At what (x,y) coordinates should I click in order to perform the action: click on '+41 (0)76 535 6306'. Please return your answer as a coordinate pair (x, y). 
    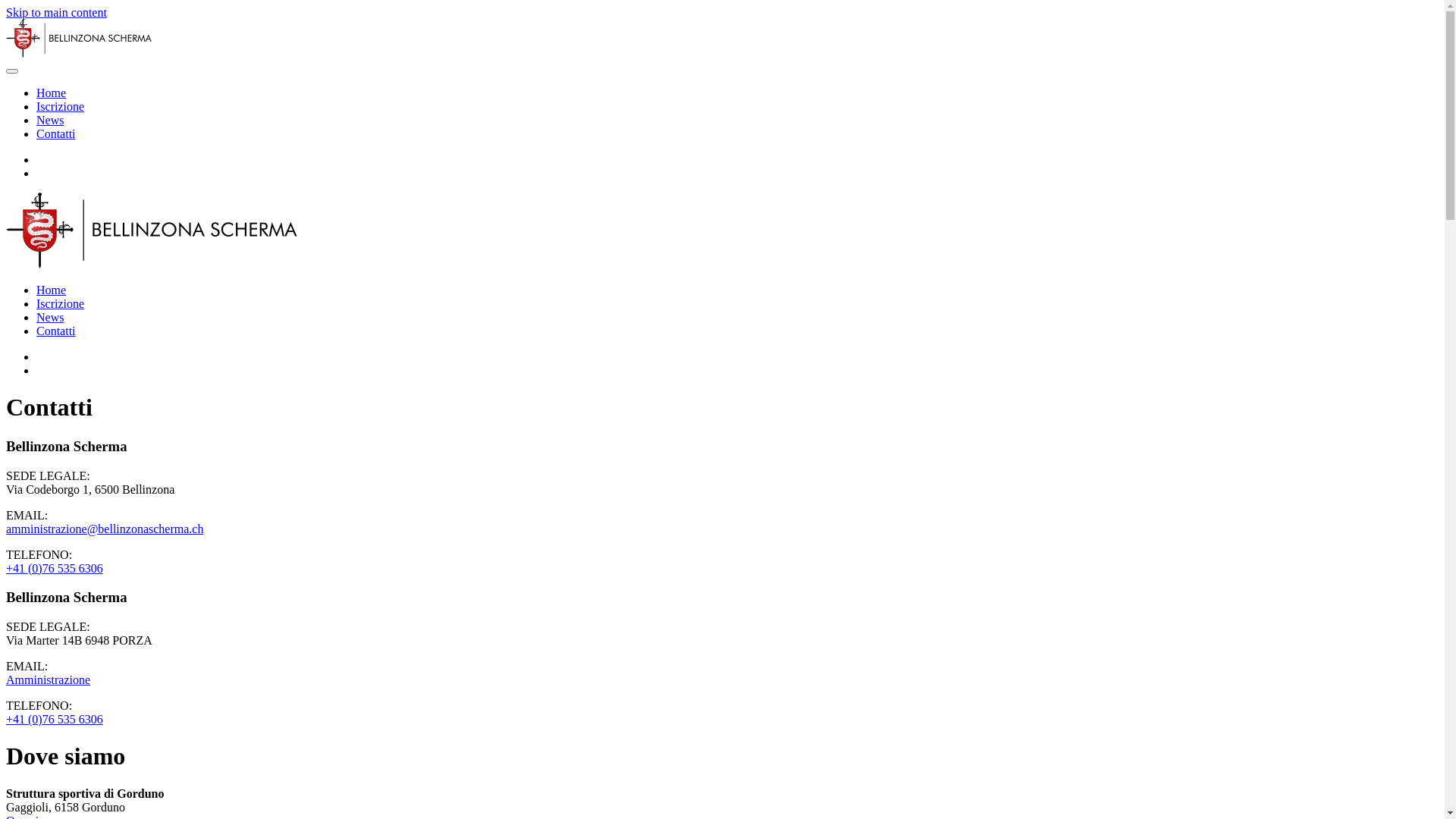
    Looking at the image, I should click on (55, 568).